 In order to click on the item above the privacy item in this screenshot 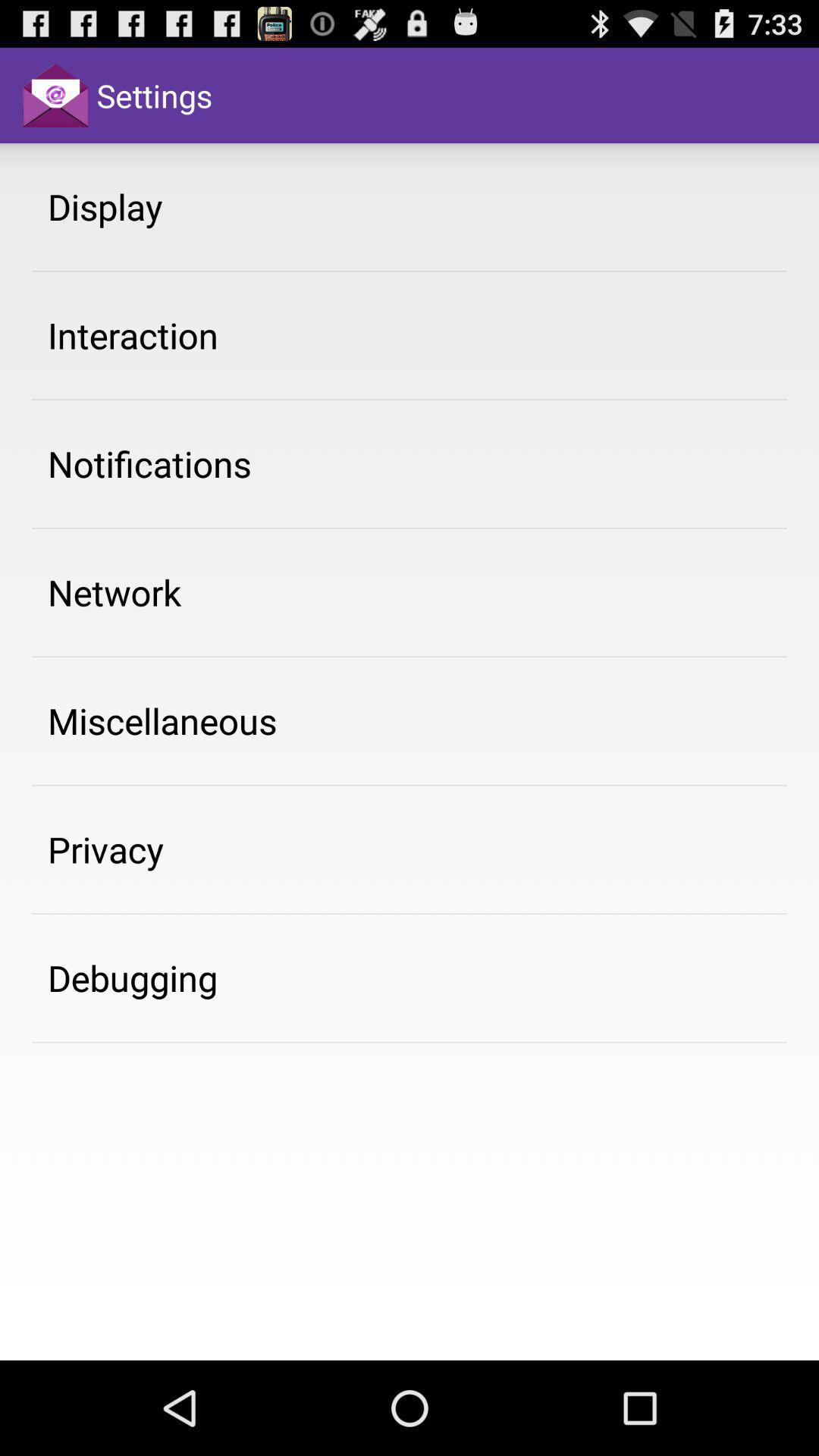, I will do `click(162, 720)`.